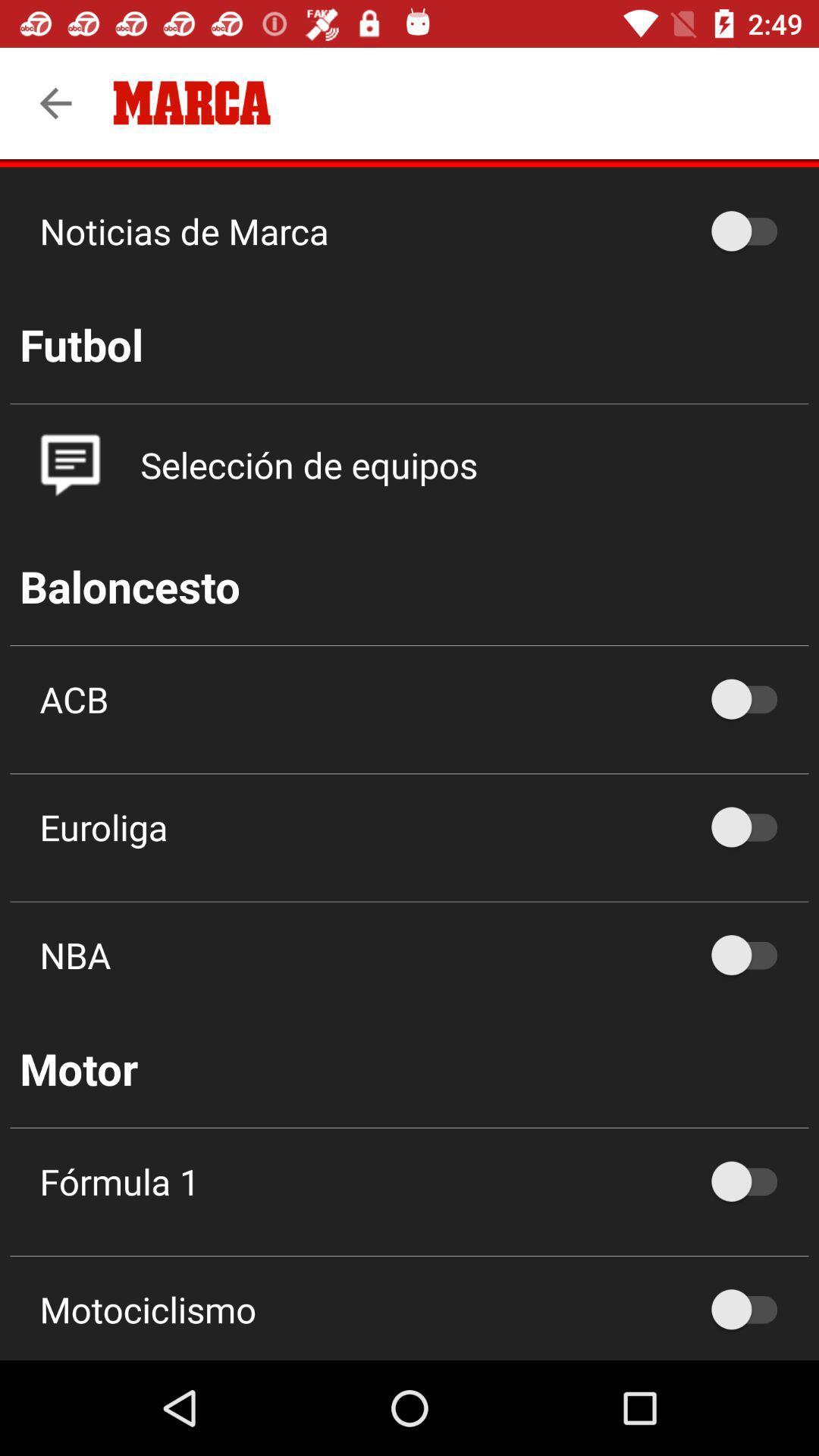  I want to click on notices on/off button, so click(752, 230).